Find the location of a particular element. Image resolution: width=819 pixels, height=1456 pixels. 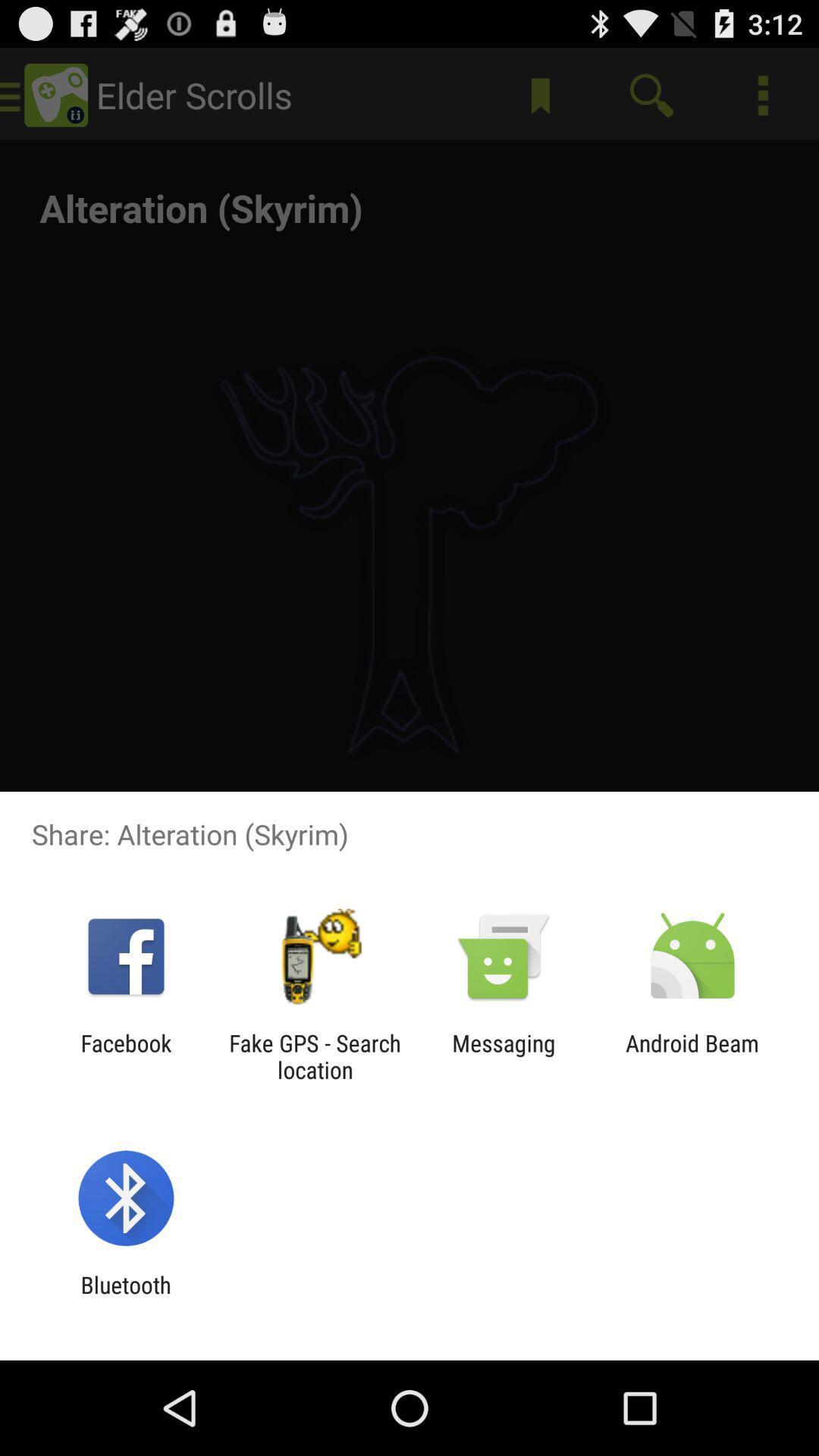

item to the right of fake gps search item is located at coordinates (504, 1056).